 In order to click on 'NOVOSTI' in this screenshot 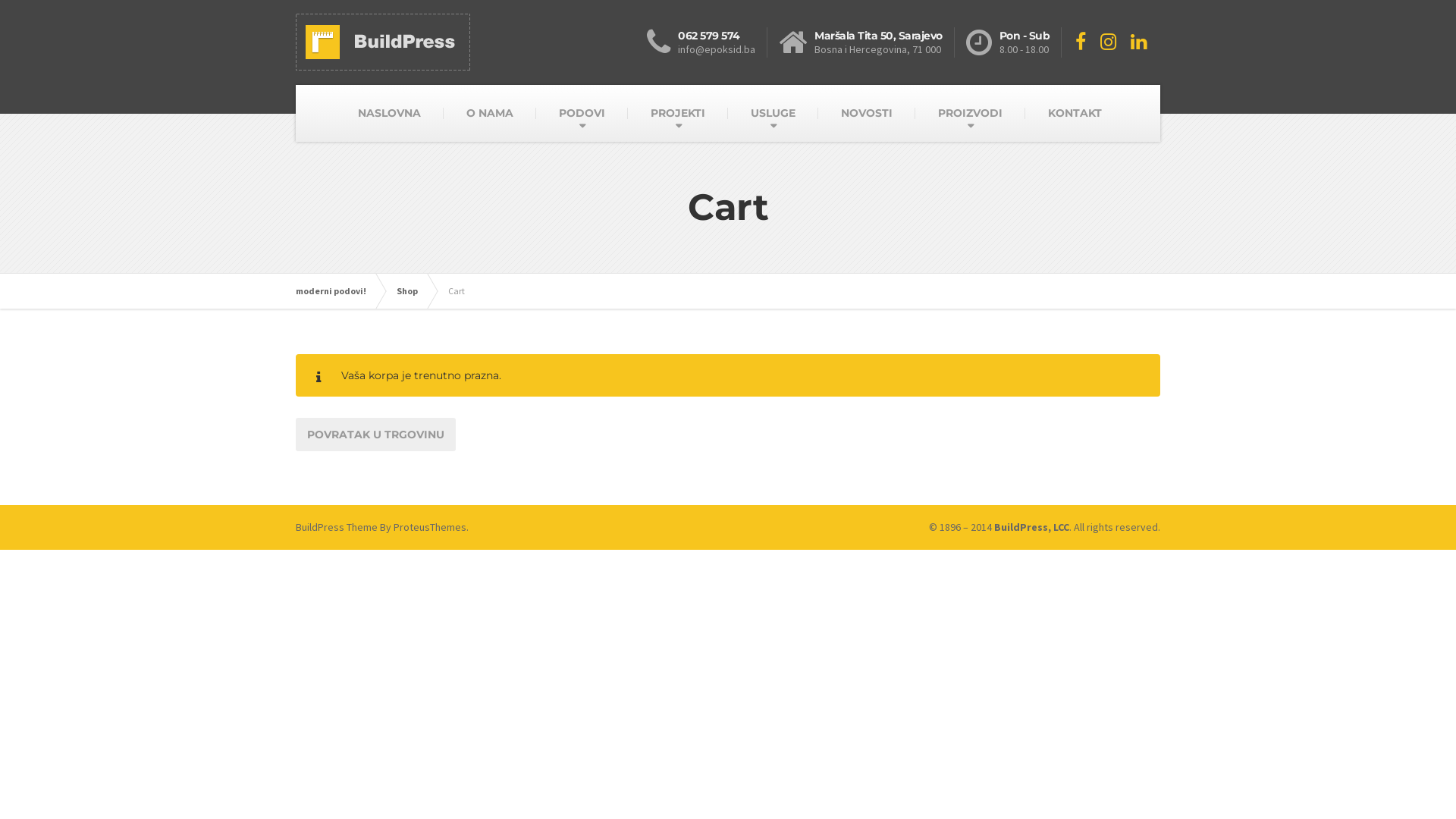, I will do `click(817, 112)`.